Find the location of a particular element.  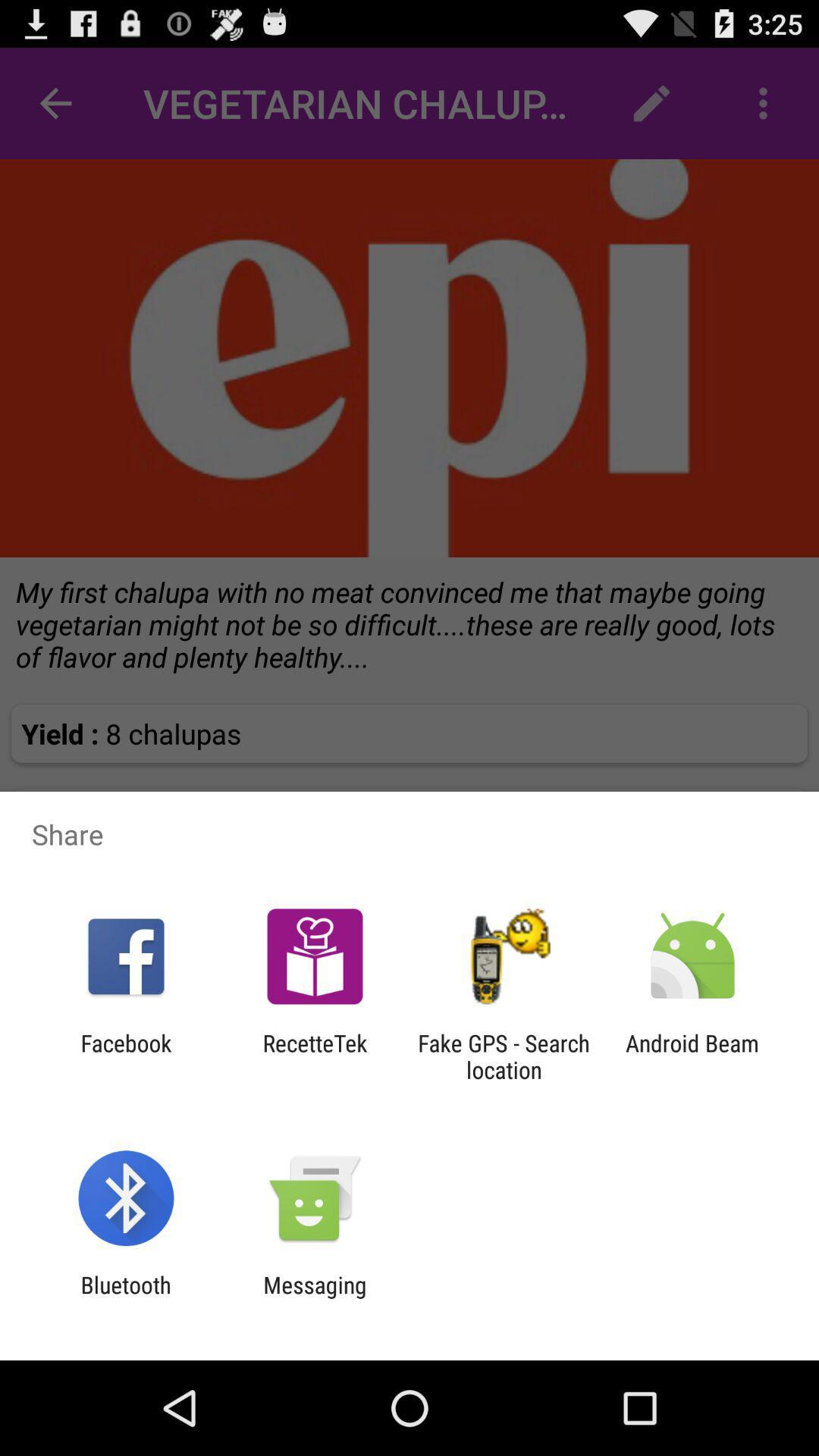

item to the right of the facebook app is located at coordinates (314, 1056).